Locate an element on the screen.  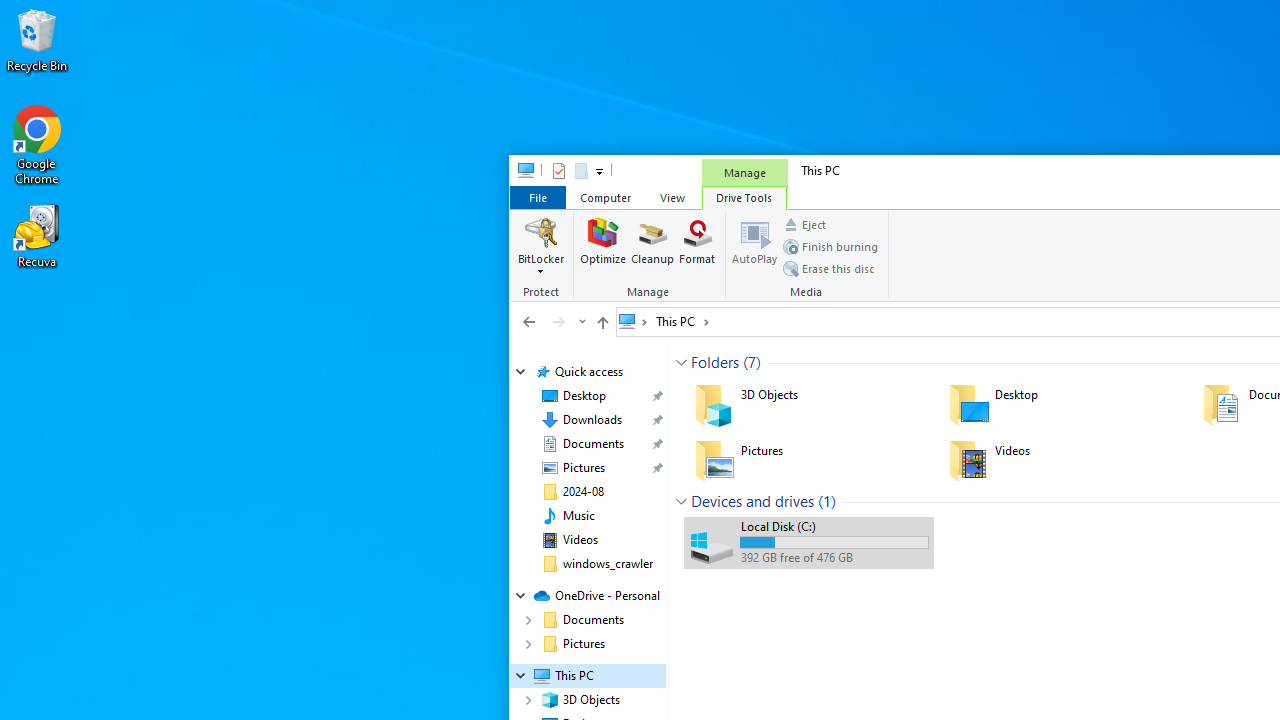
'Quick Access Toolbar' is located at coordinates (568, 170).